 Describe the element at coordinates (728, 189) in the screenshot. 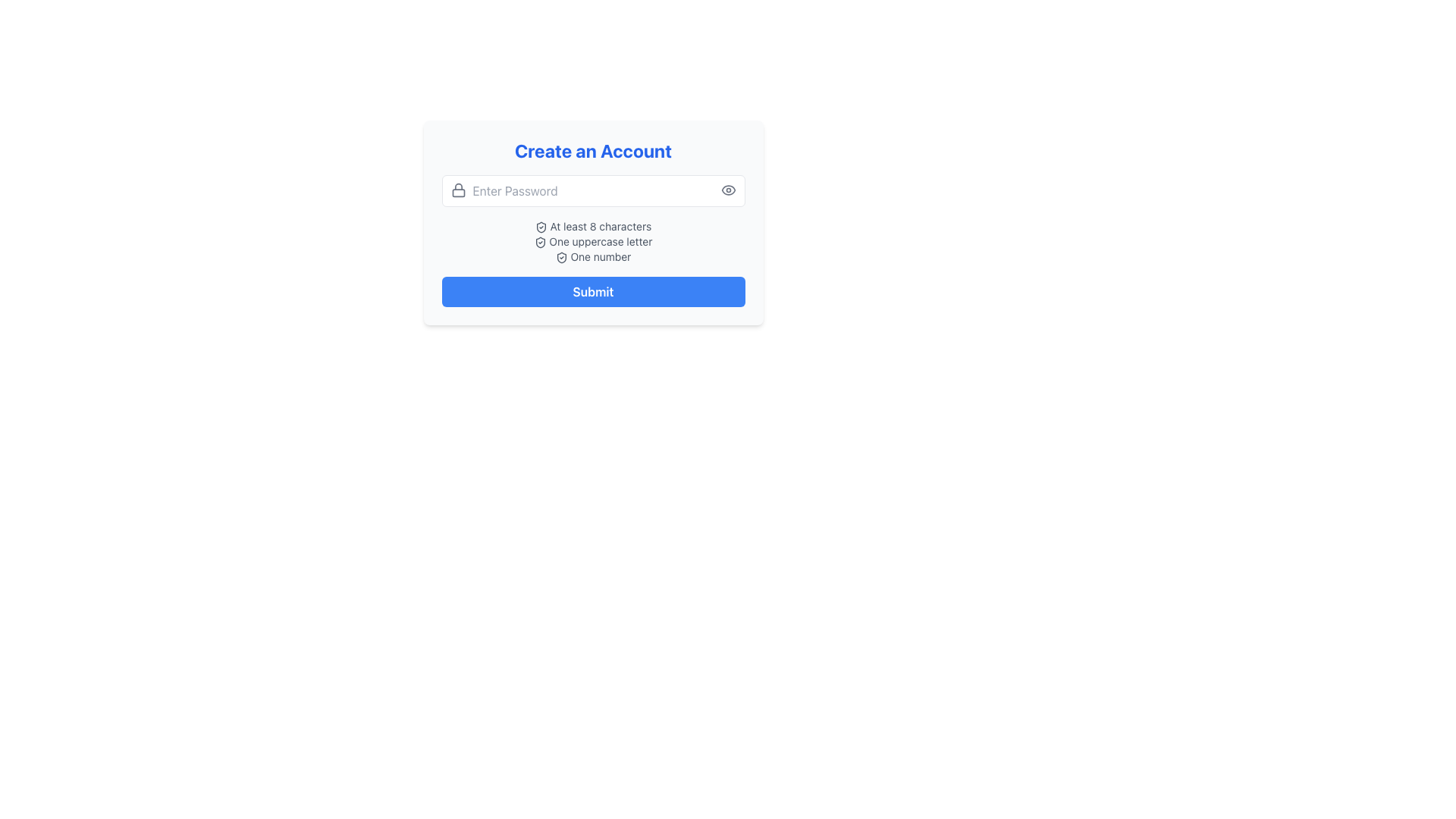

I see `the eye-shaped icon button used for toggling password visibility in the 'Create an Account' form` at that location.